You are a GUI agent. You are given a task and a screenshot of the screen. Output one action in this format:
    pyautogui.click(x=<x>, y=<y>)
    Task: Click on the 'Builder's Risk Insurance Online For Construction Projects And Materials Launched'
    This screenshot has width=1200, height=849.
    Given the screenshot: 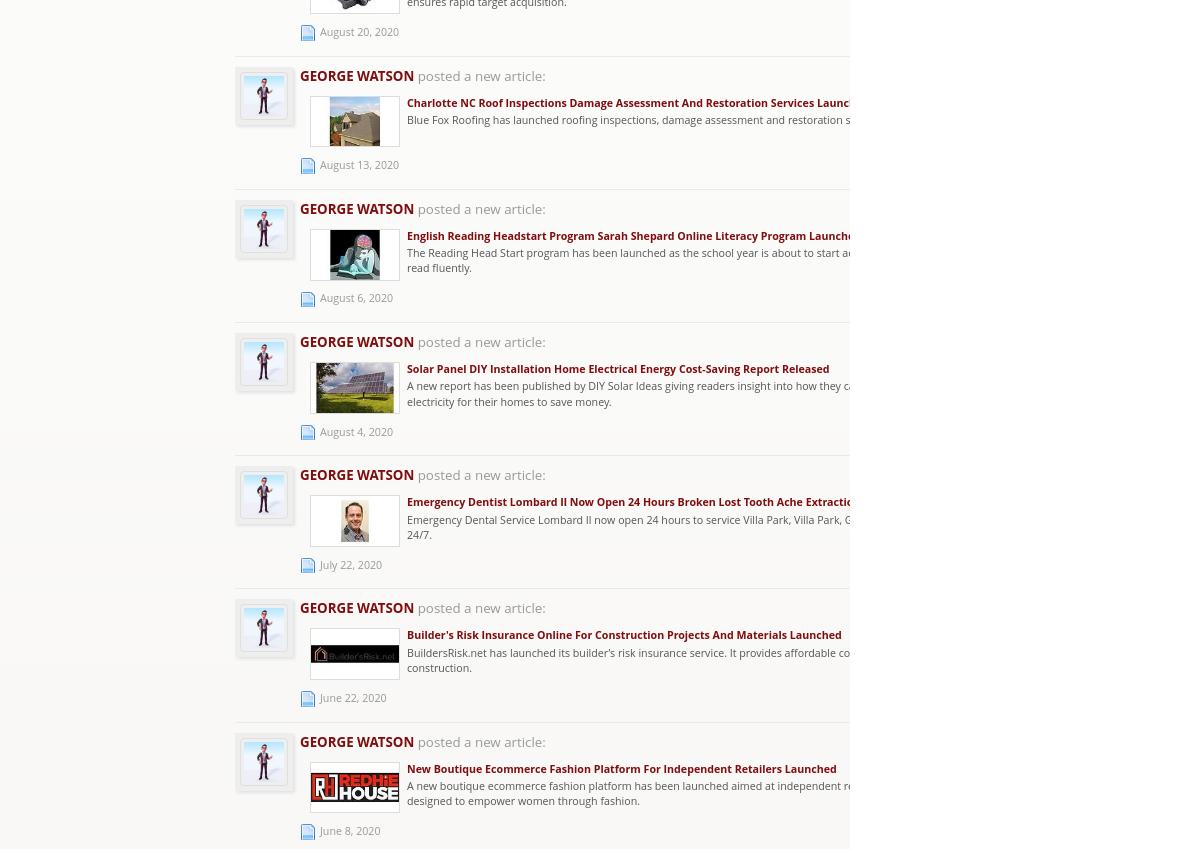 What is the action you would take?
    pyautogui.click(x=624, y=634)
    